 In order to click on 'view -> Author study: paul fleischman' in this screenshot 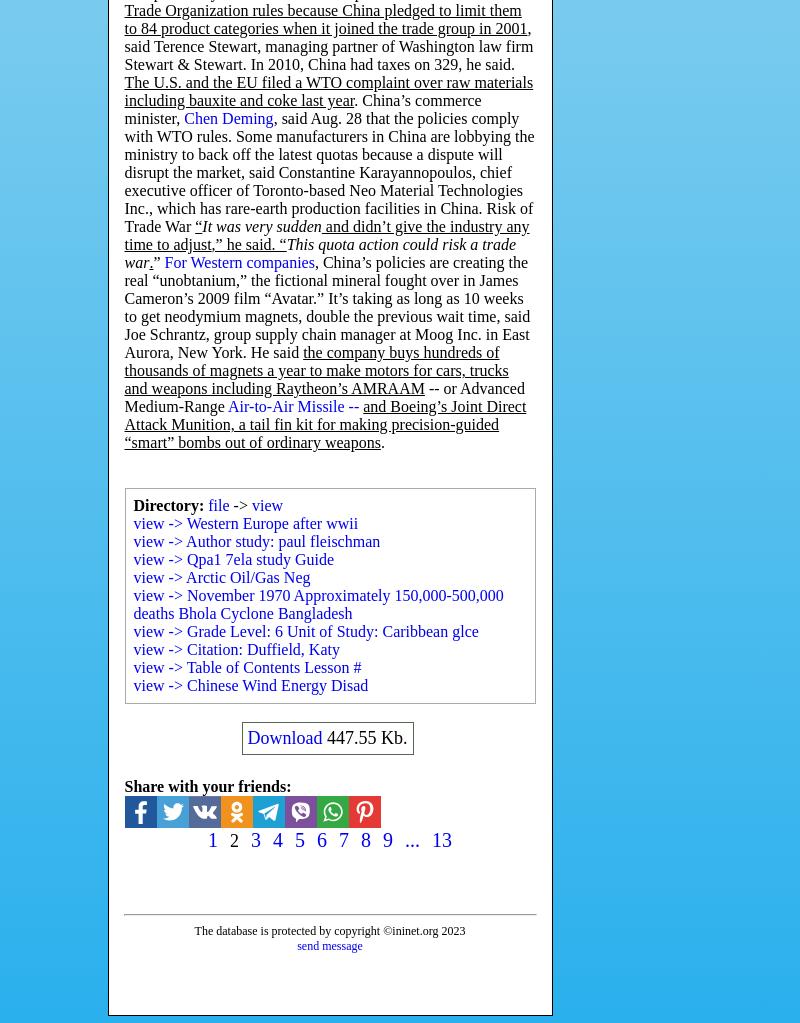, I will do `click(255, 540)`.